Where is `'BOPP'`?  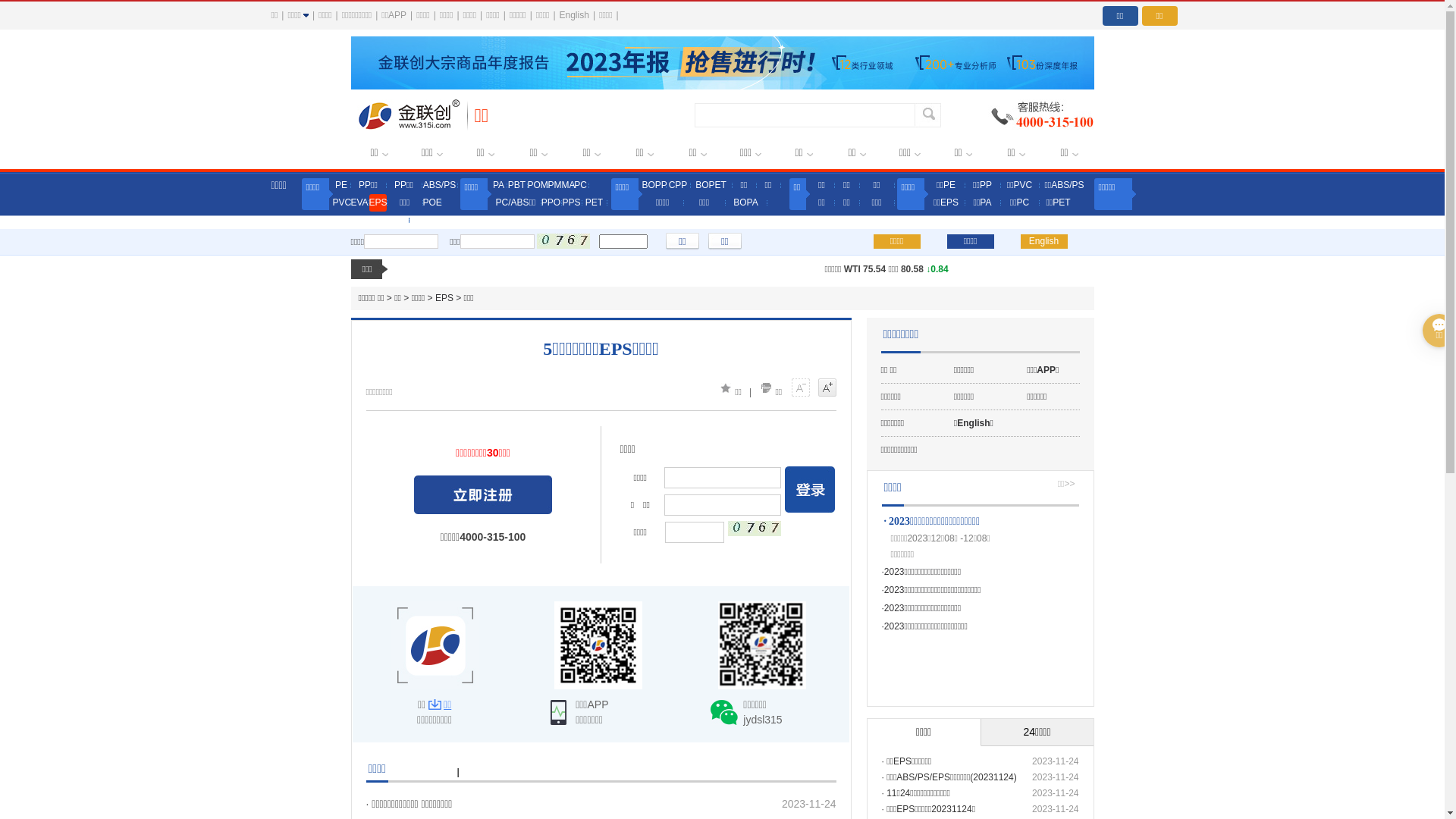
'BOPP' is located at coordinates (653, 184).